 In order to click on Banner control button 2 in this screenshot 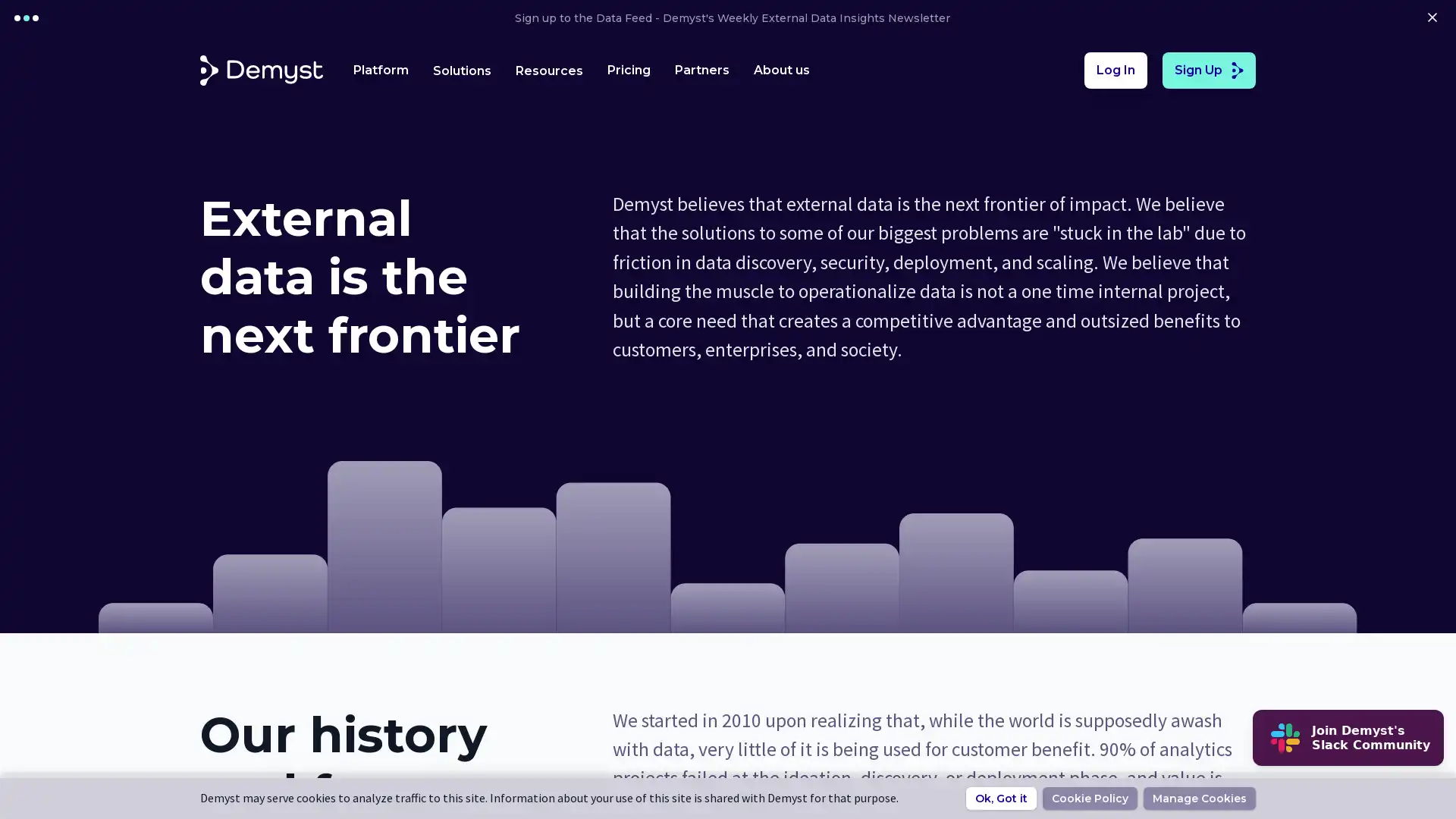, I will do `click(36, 17)`.